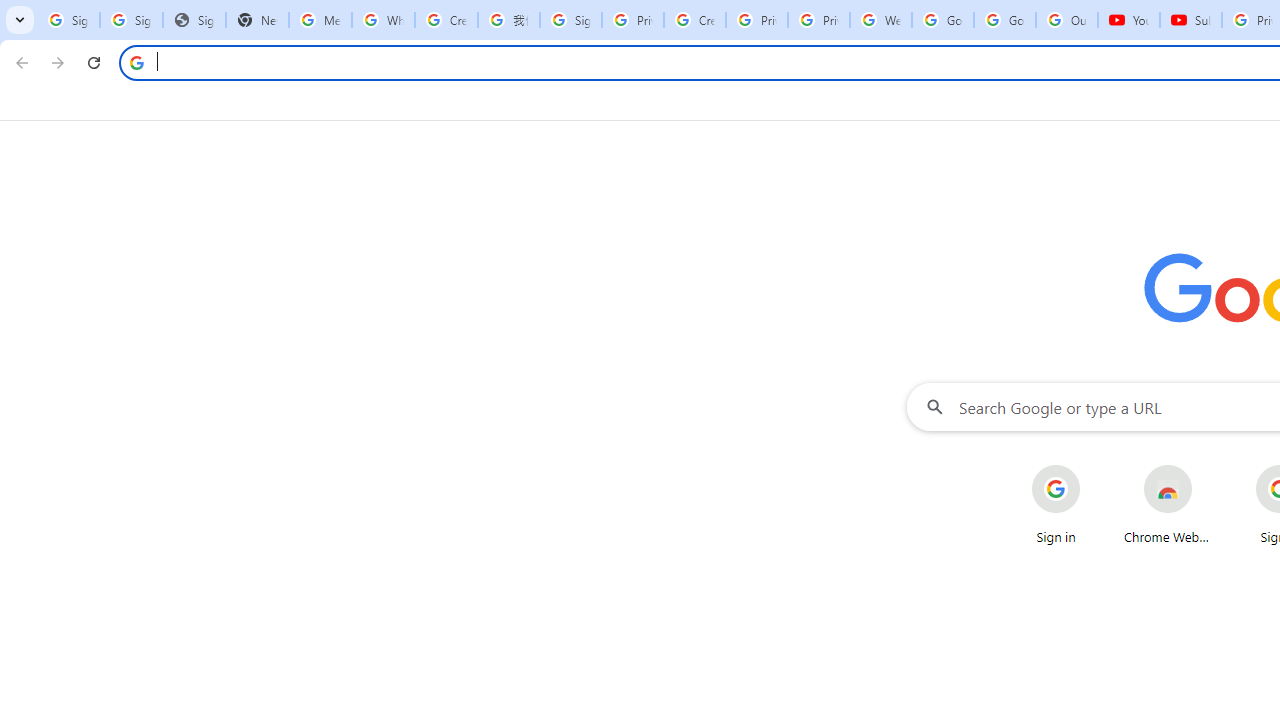 The width and height of the screenshot is (1280, 720). What do you see at coordinates (1191, 20) in the screenshot?
I see `'Subscriptions - YouTube'` at bounding box center [1191, 20].